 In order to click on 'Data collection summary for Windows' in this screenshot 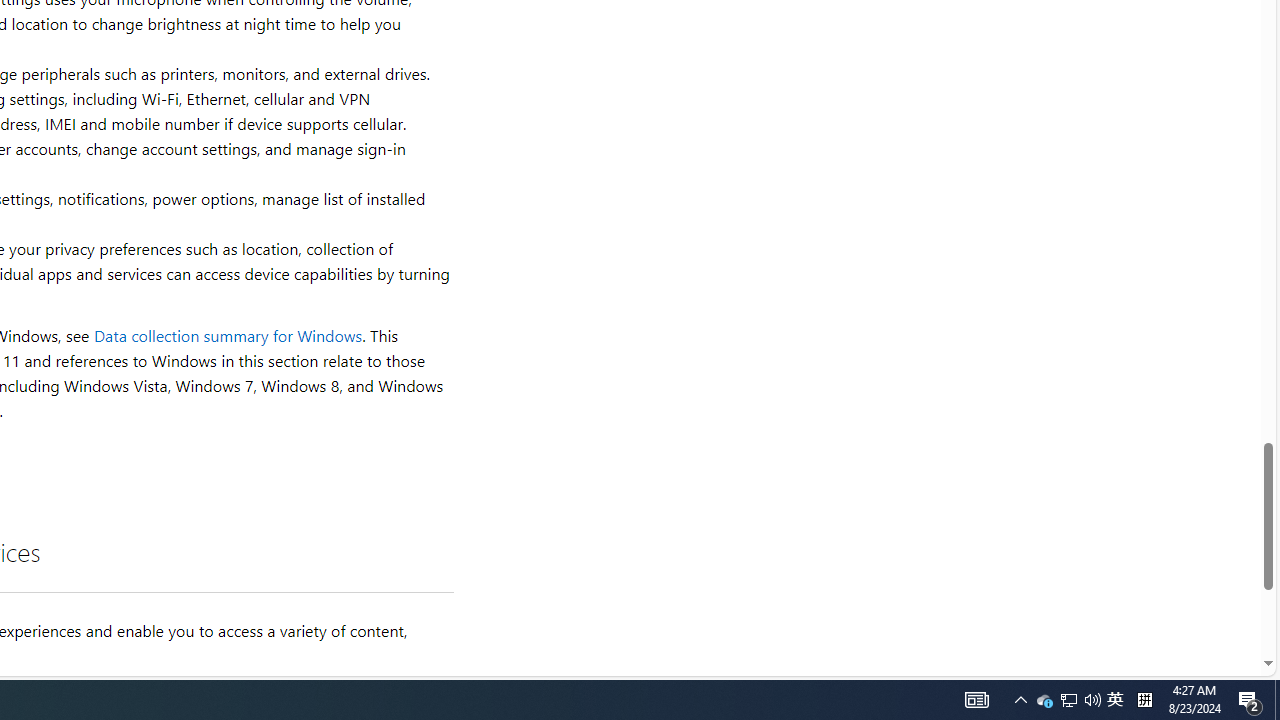, I will do `click(228, 334)`.